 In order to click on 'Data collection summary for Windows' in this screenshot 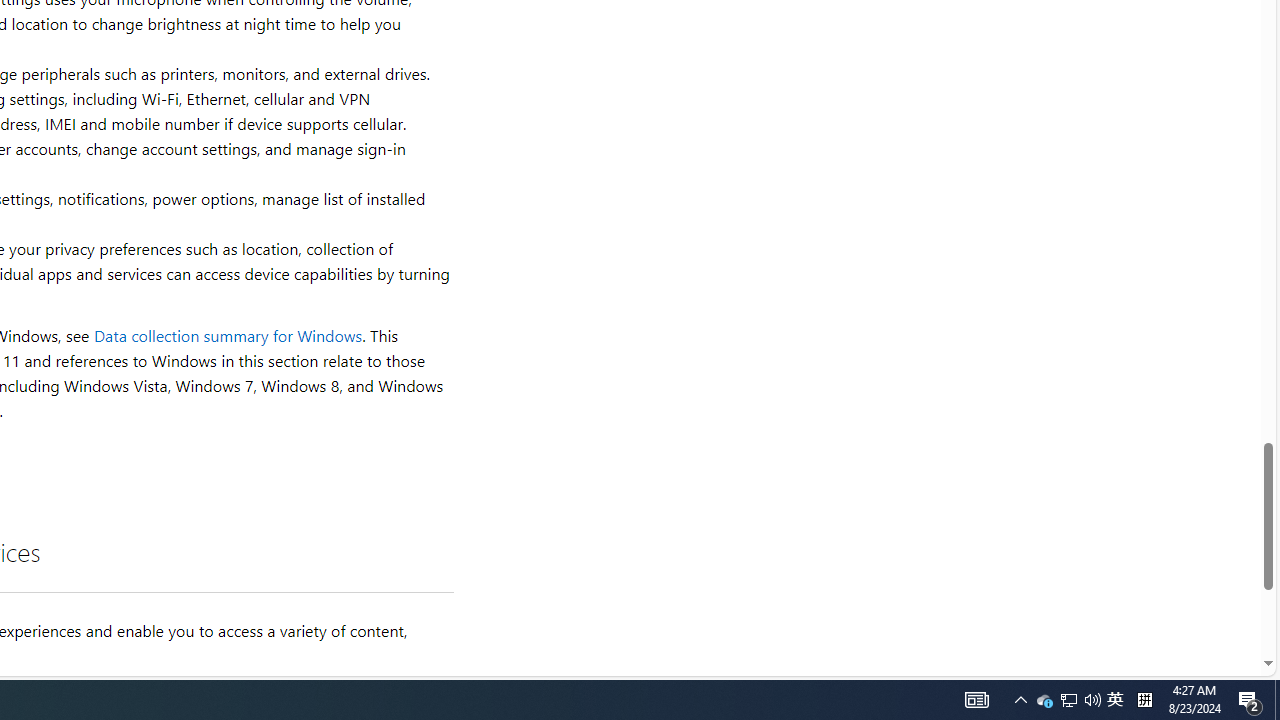, I will do `click(228, 334)`.